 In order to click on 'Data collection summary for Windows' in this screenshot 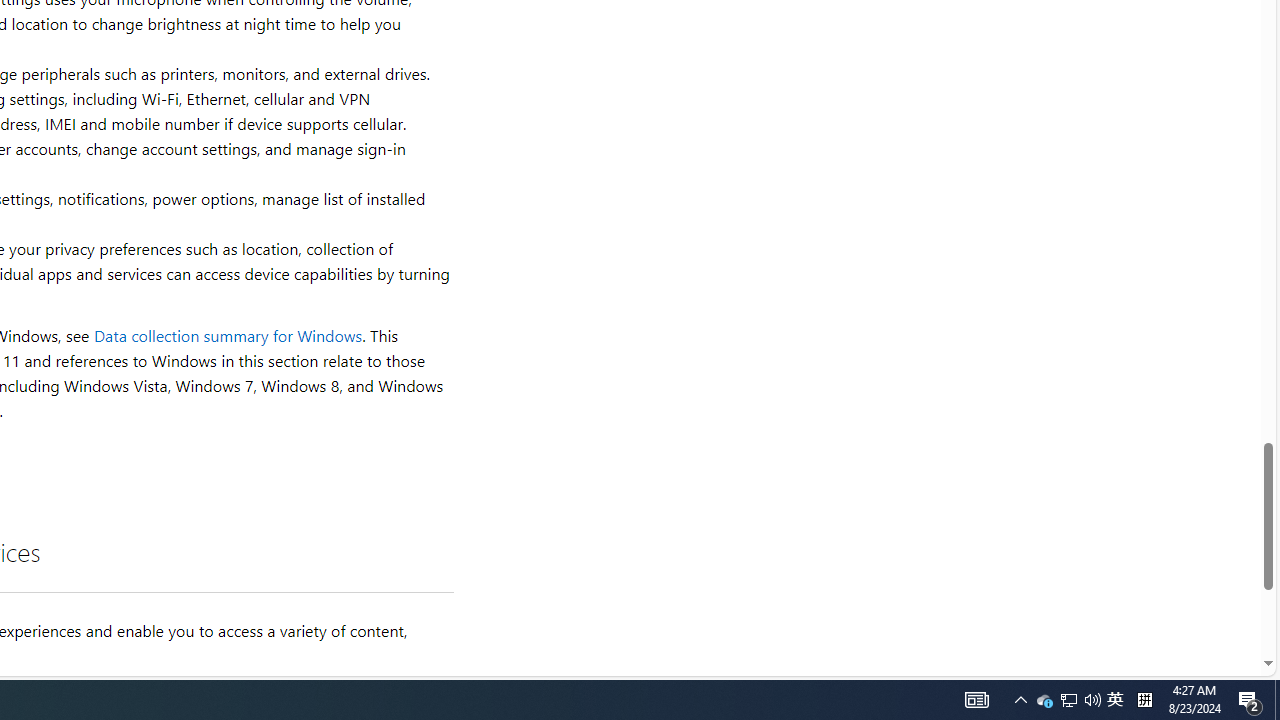, I will do `click(228, 334)`.